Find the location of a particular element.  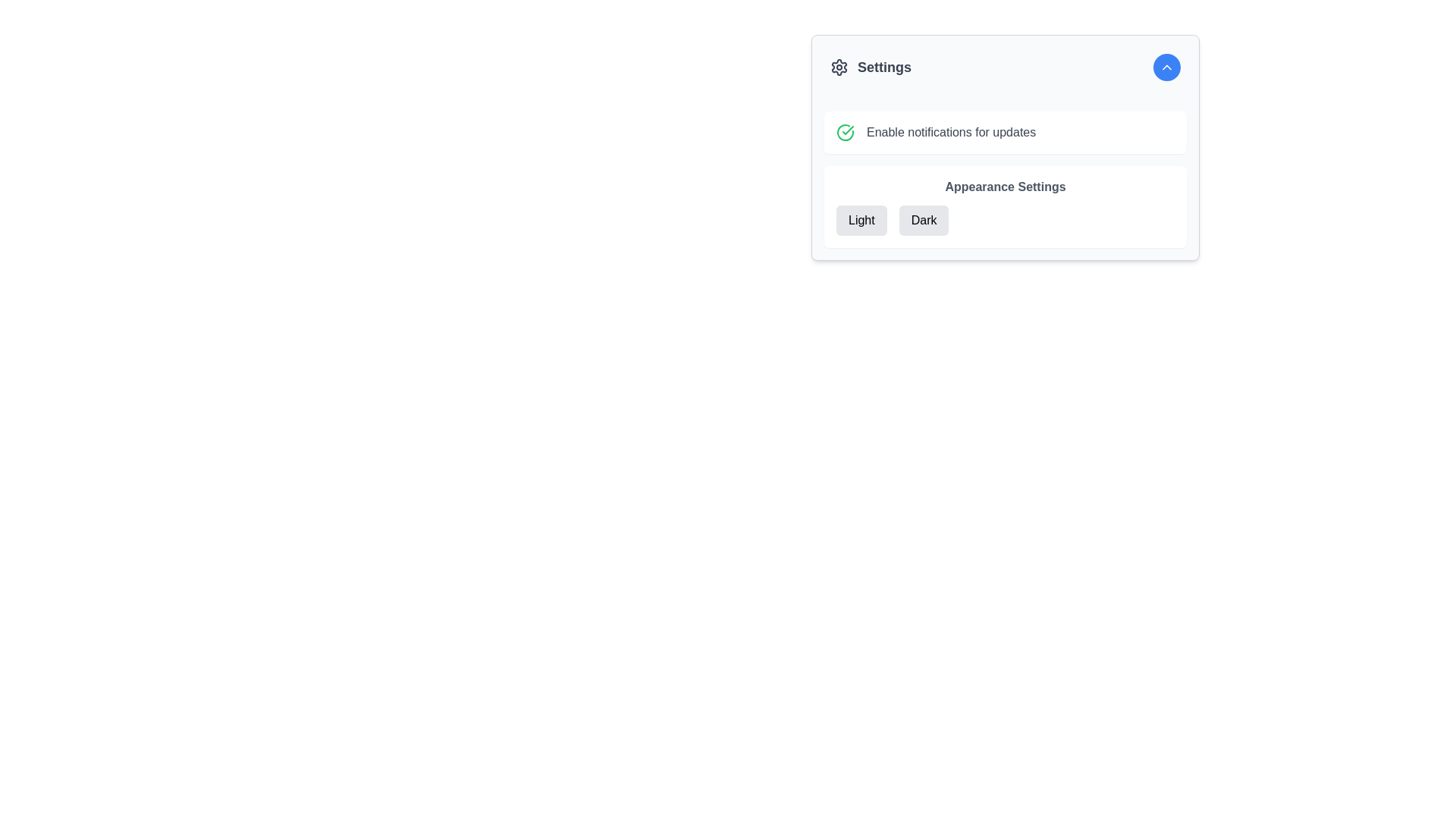

the notification indicator icon located to the left of the descriptive text in the 'Enable notifications for updates' section is located at coordinates (844, 131).